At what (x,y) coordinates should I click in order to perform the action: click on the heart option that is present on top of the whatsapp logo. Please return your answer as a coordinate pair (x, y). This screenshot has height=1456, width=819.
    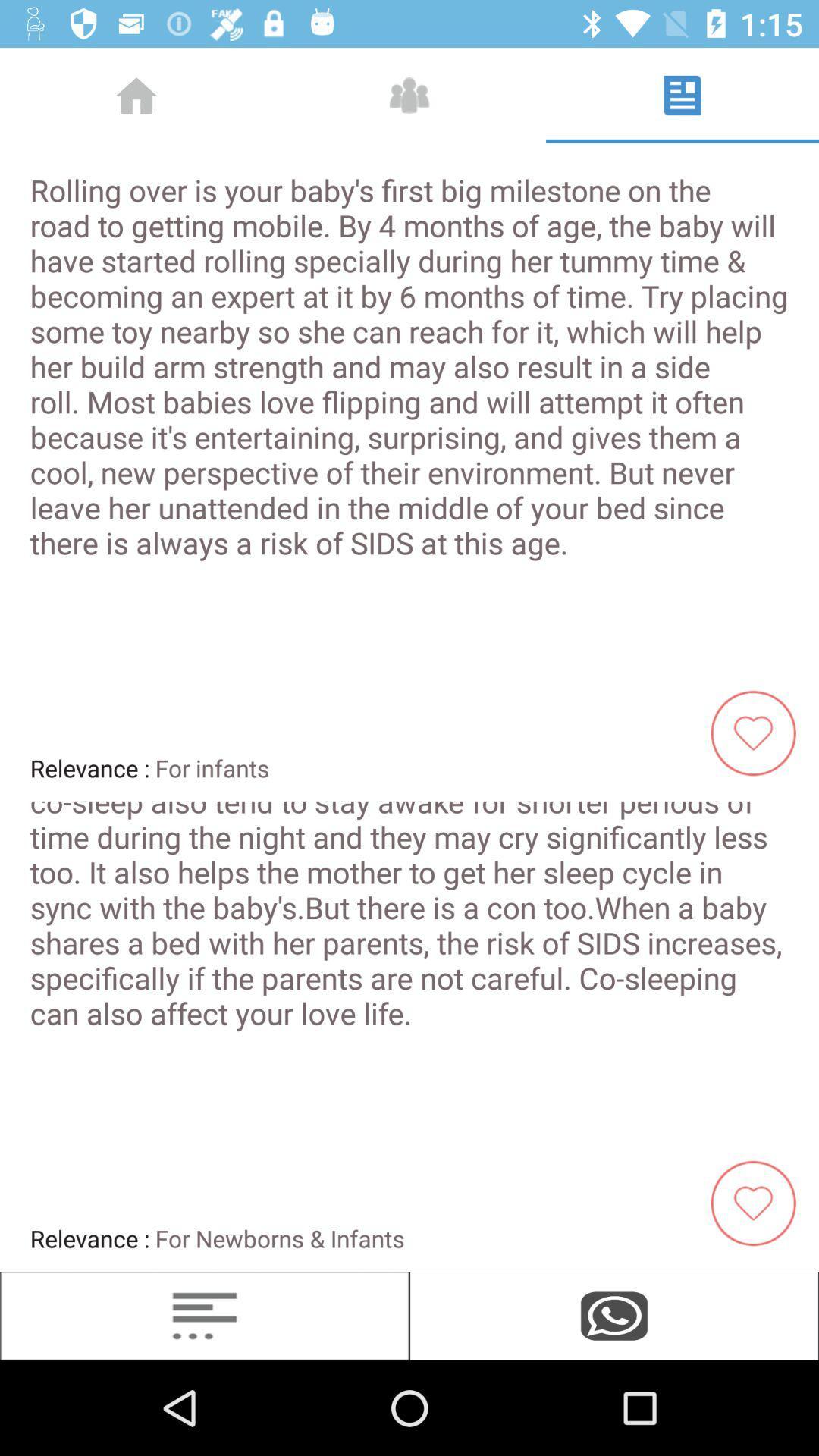
    Looking at the image, I should click on (759, 1201).